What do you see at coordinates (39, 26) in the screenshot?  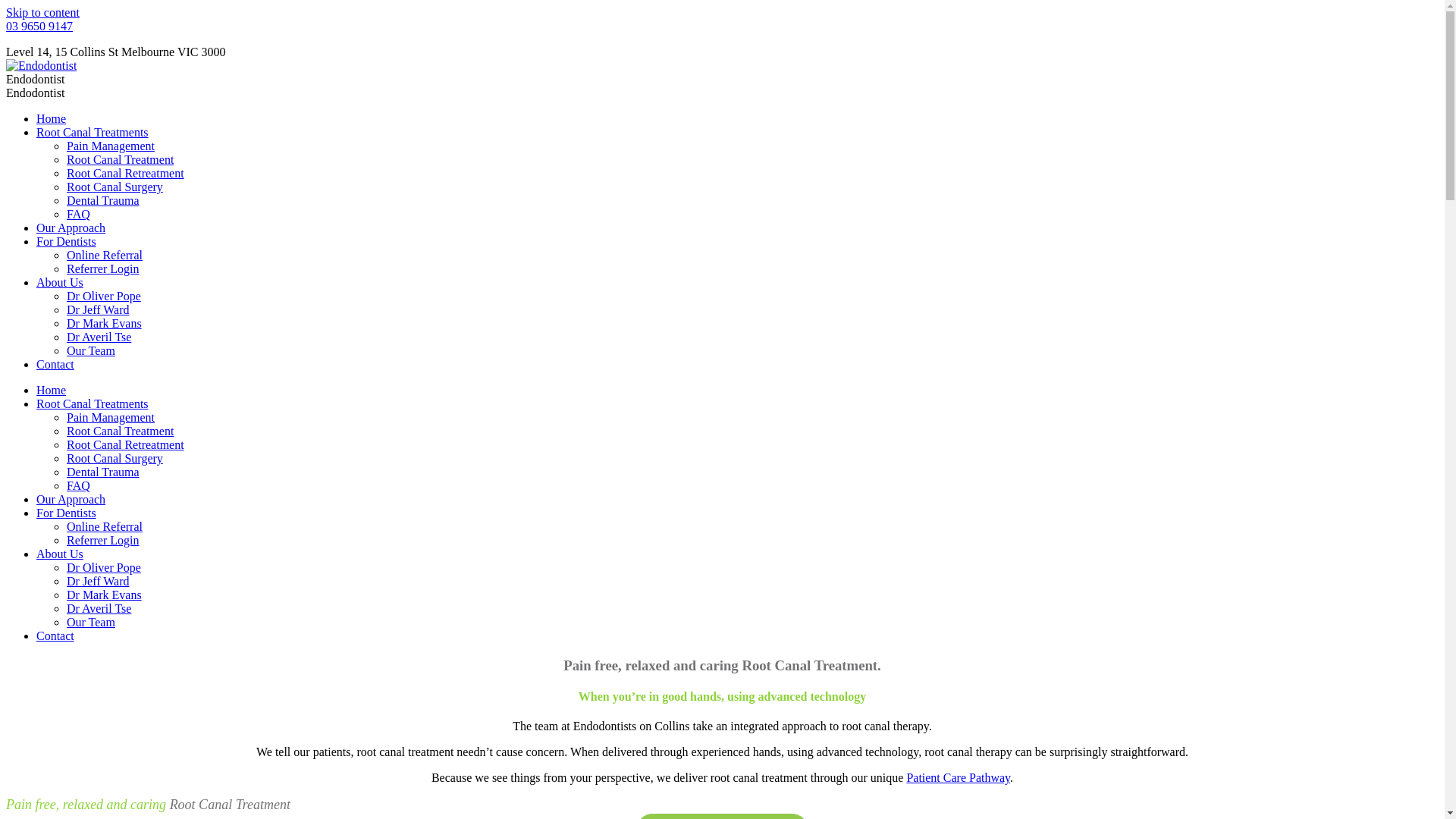 I see `'03 9650 9147'` at bounding box center [39, 26].